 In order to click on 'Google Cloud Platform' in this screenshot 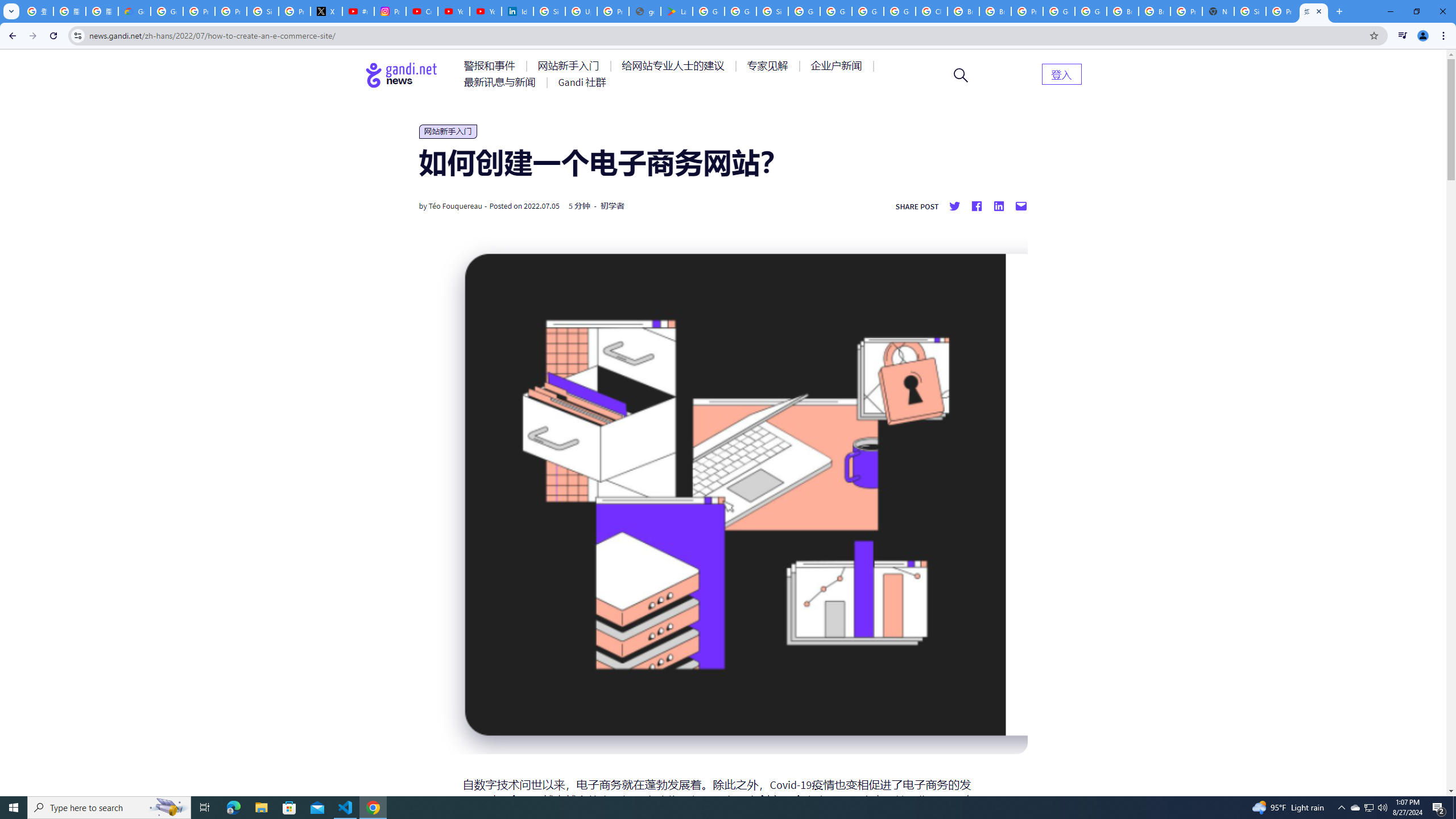, I will do `click(1090, 11)`.